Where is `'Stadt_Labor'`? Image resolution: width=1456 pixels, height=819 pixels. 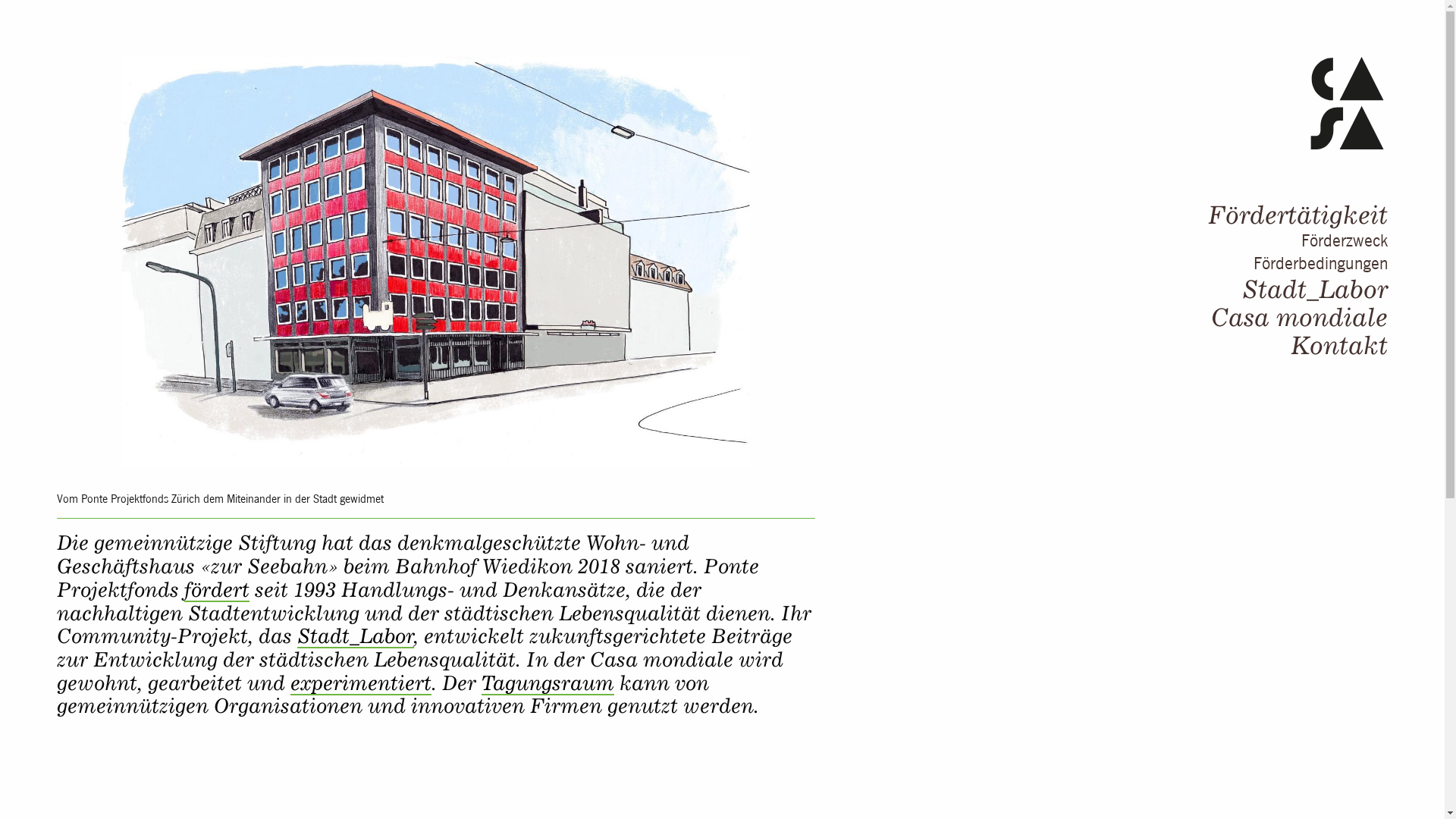
'Stadt_Labor' is located at coordinates (355, 636).